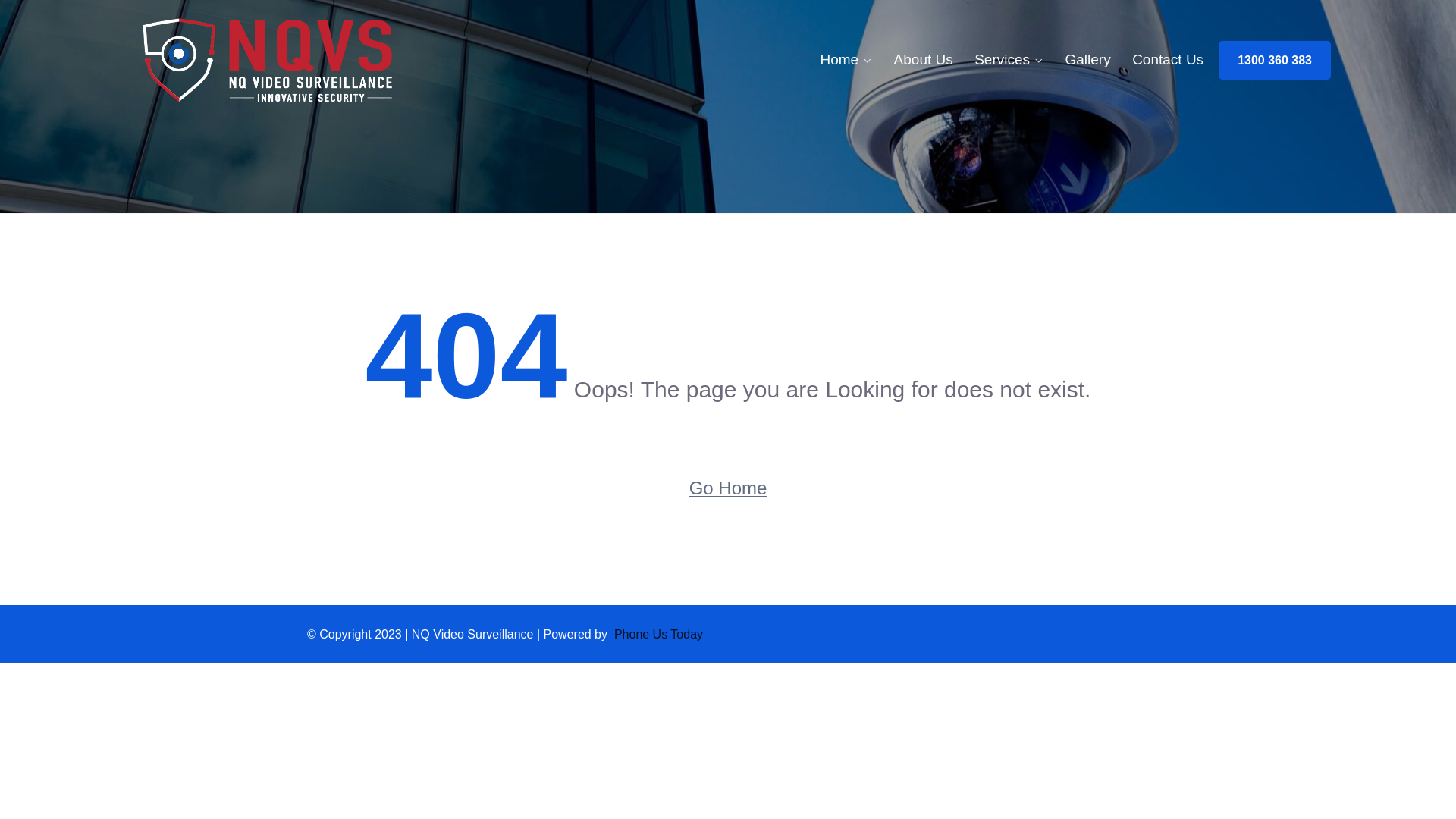  Describe the element at coordinates (1167, 58) in the screenshot. I see `'Contact Us'` at that location.